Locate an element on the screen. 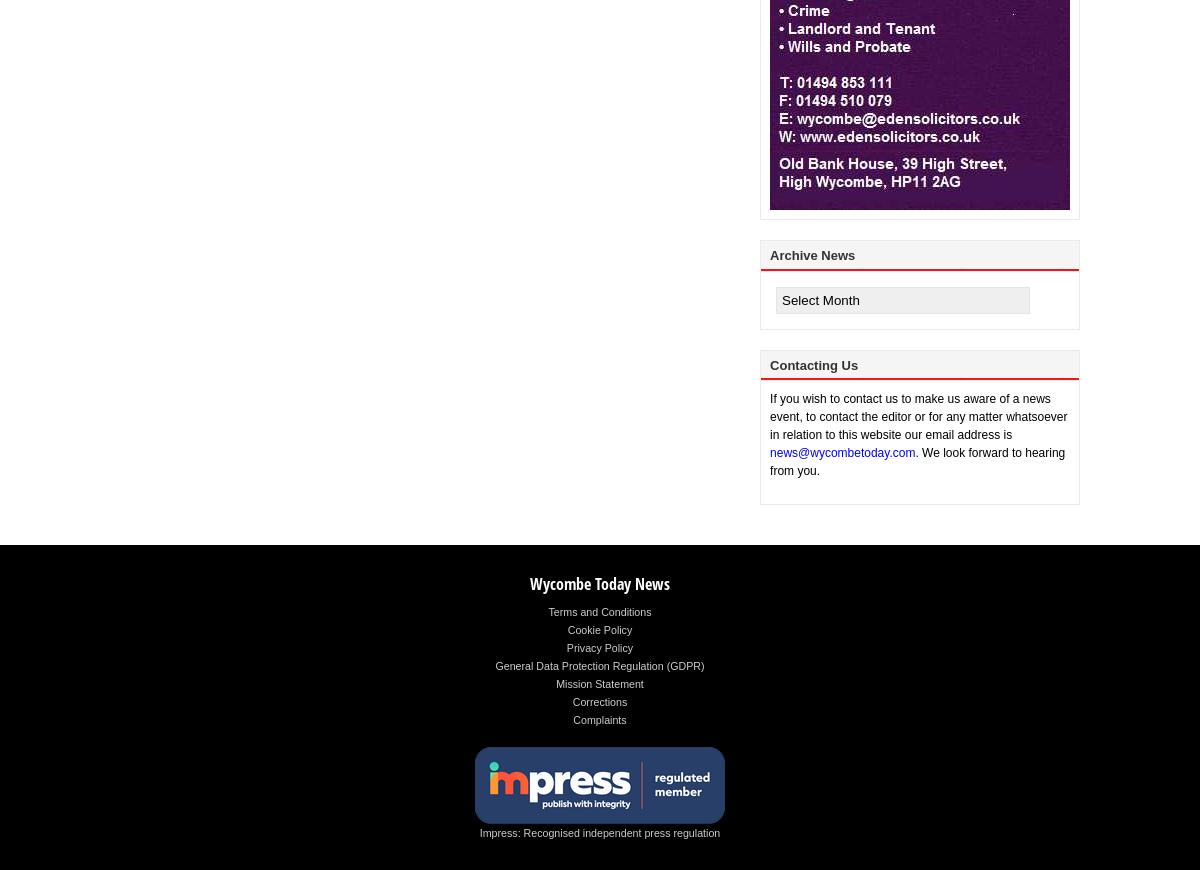 The height and width of the screenshot is (870, 1200). 'General Data Protection Regulation (GDPR)' is located at coordinates (598, 665).